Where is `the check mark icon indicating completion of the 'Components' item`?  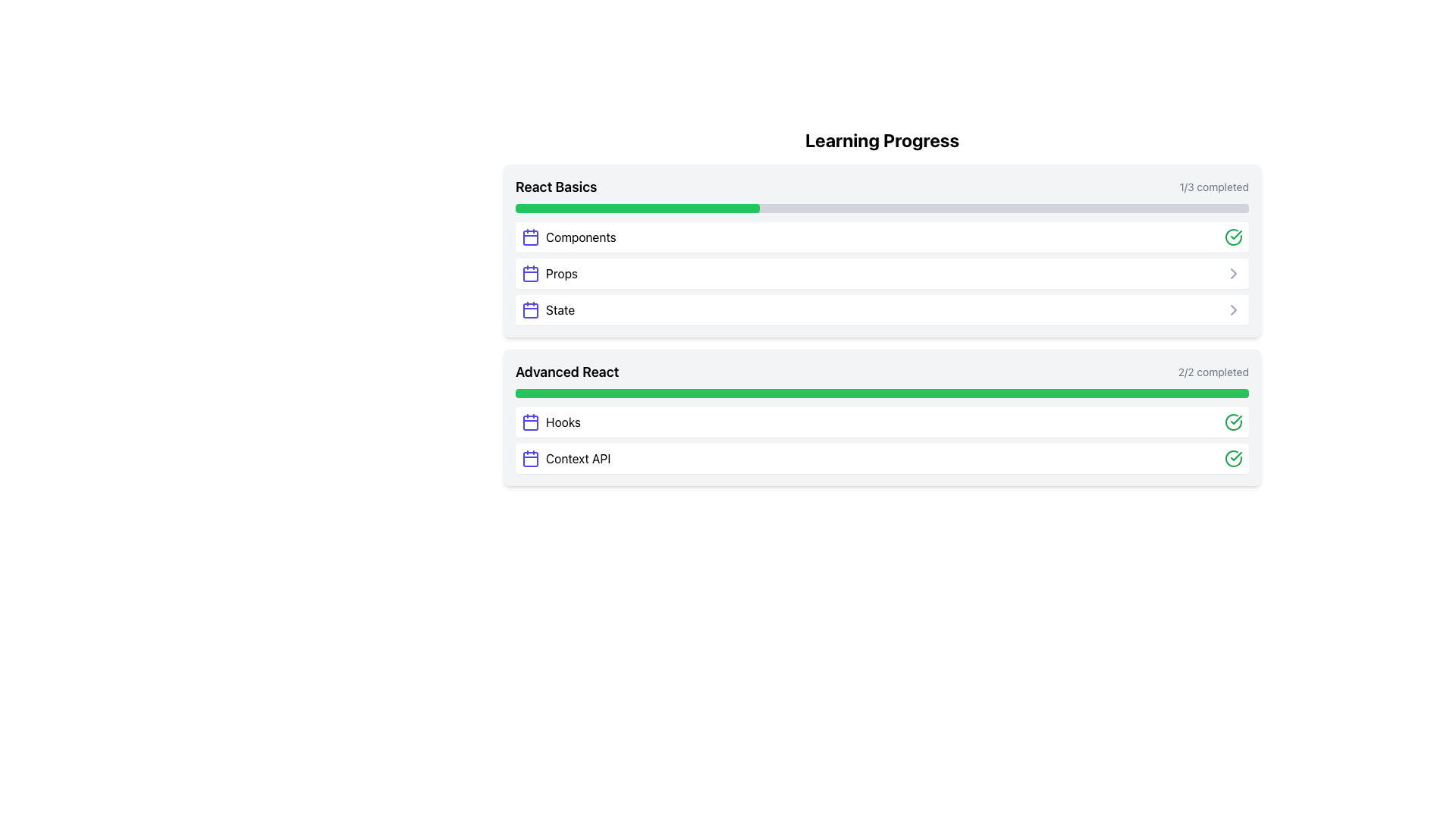
the check mark icon indicating completion of the 'Components' item is located at coordinates (1234, 237).